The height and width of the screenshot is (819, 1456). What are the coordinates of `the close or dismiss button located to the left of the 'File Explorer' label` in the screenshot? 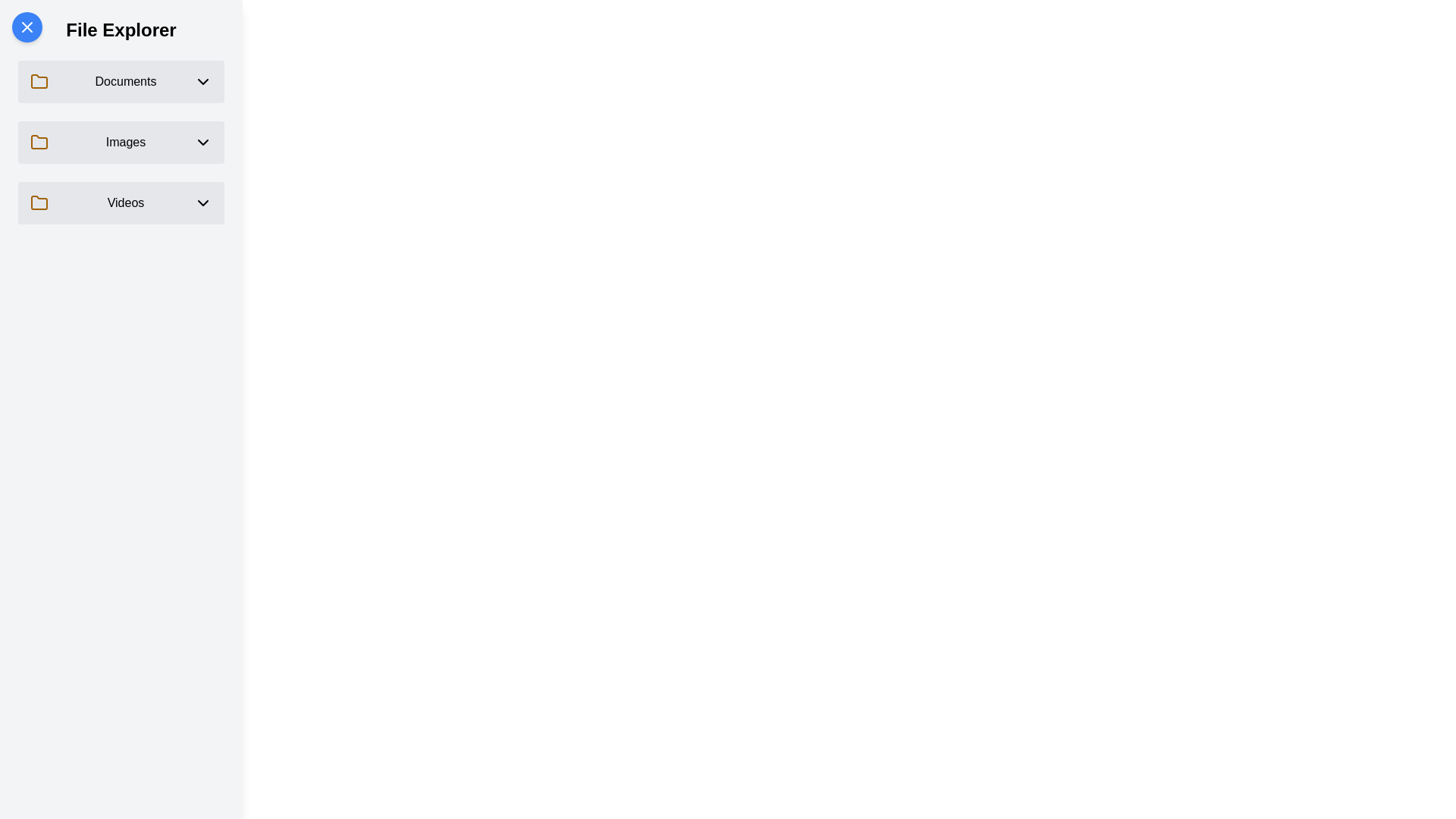 It's located at (27, 27).